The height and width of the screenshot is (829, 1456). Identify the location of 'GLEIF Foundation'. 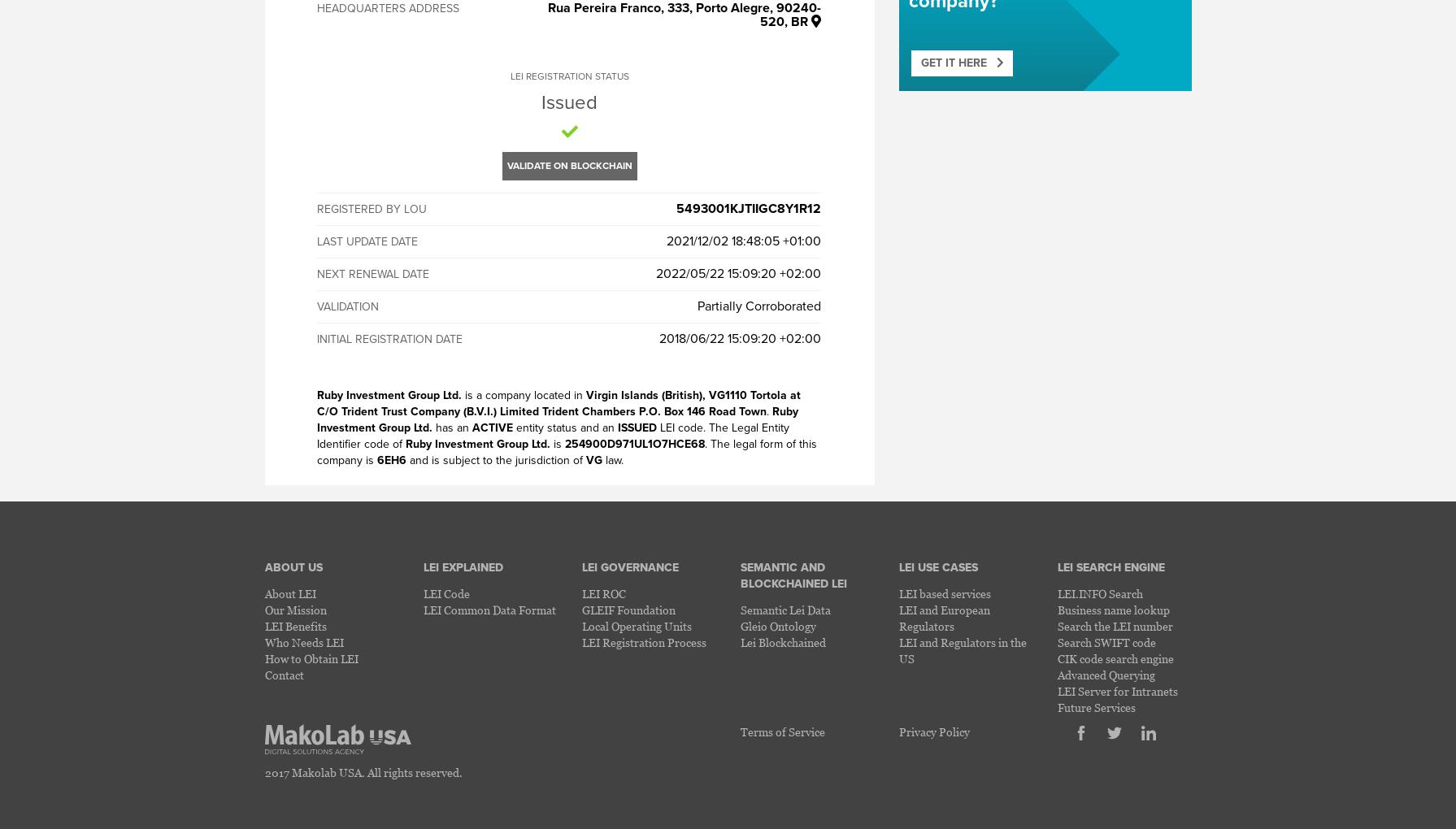
(628, 610).